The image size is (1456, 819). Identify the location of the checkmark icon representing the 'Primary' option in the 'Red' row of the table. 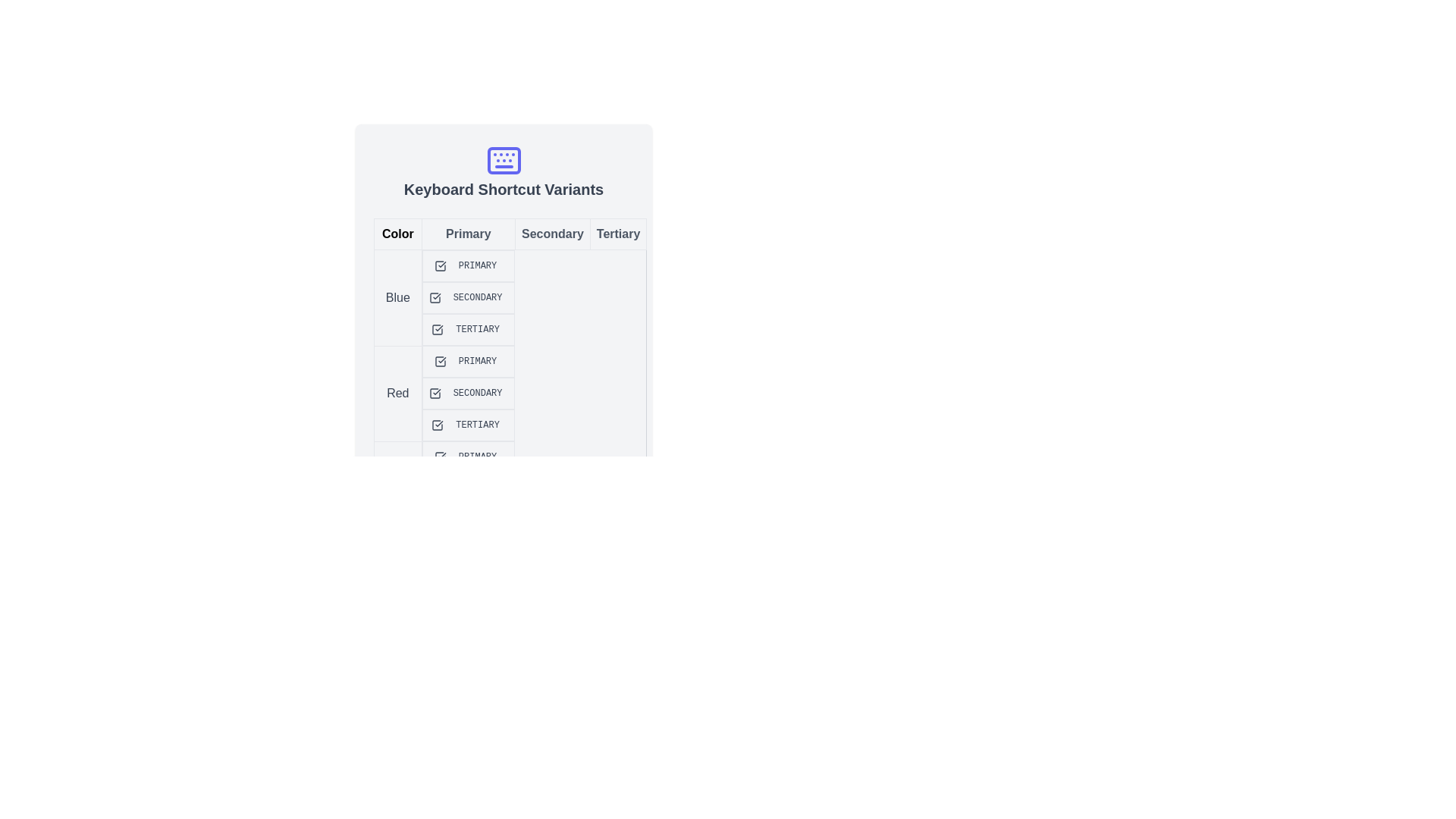
(439, 456).